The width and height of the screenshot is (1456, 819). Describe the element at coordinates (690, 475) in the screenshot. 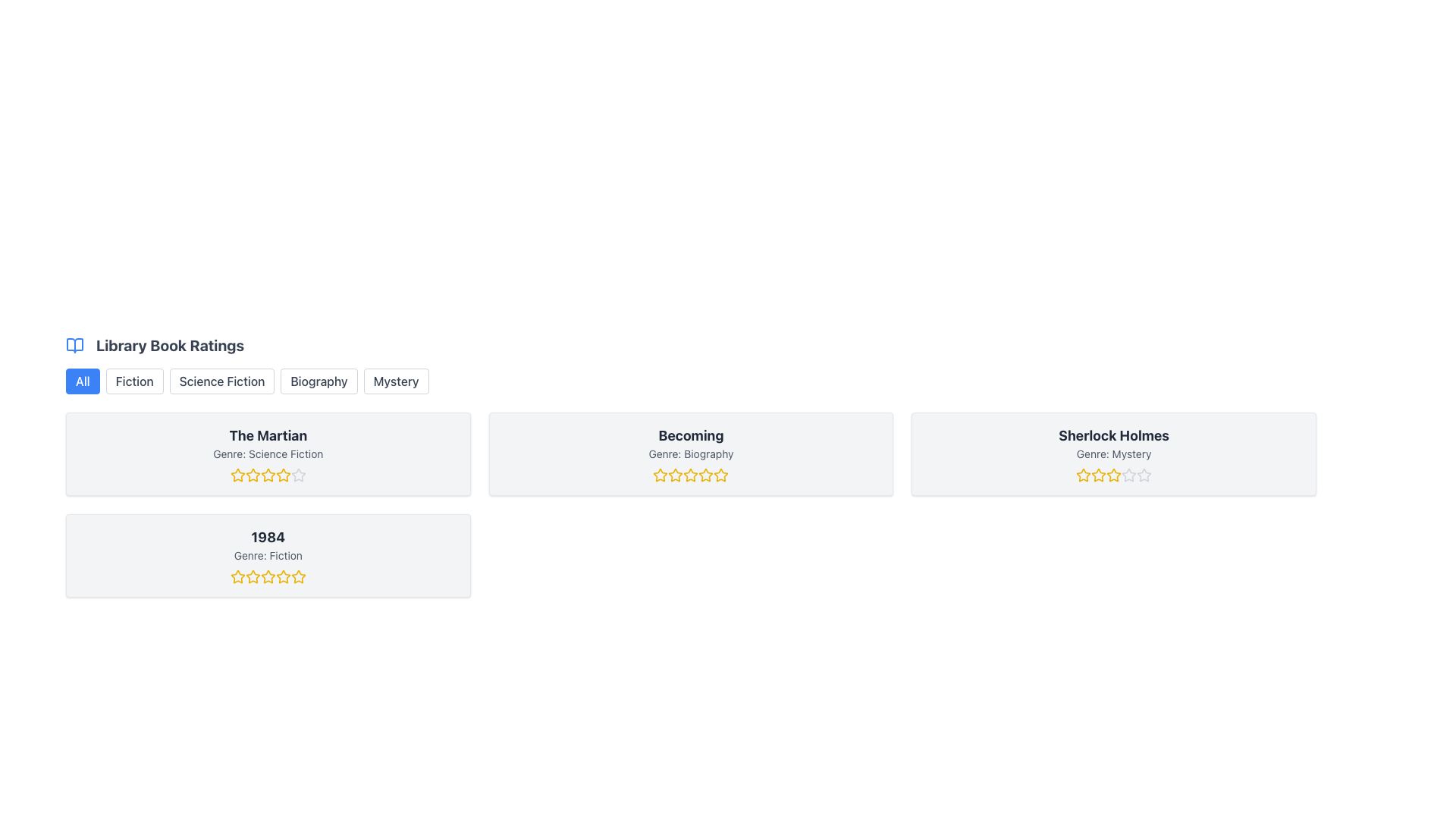

I see `the third yellow star in the Rating Stars element to rate the book 'Becoming' in the Biography genre` at that location.